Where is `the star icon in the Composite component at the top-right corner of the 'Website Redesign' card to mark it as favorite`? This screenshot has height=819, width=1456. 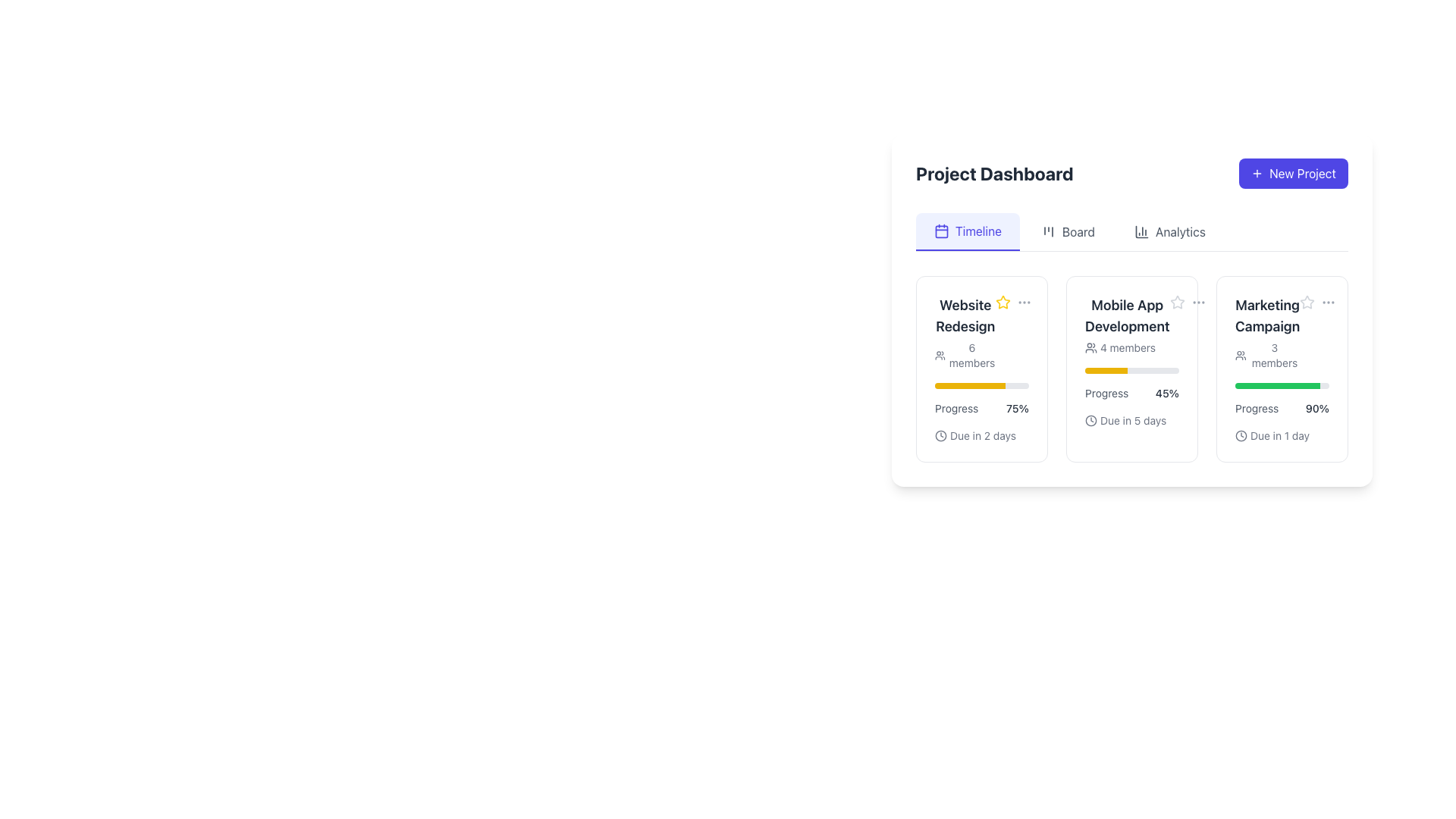 the star icon in the Composite component at the top-right corner of the 'Website Redesign' card to mark it as favorite is located at coordinates (1014, 302).